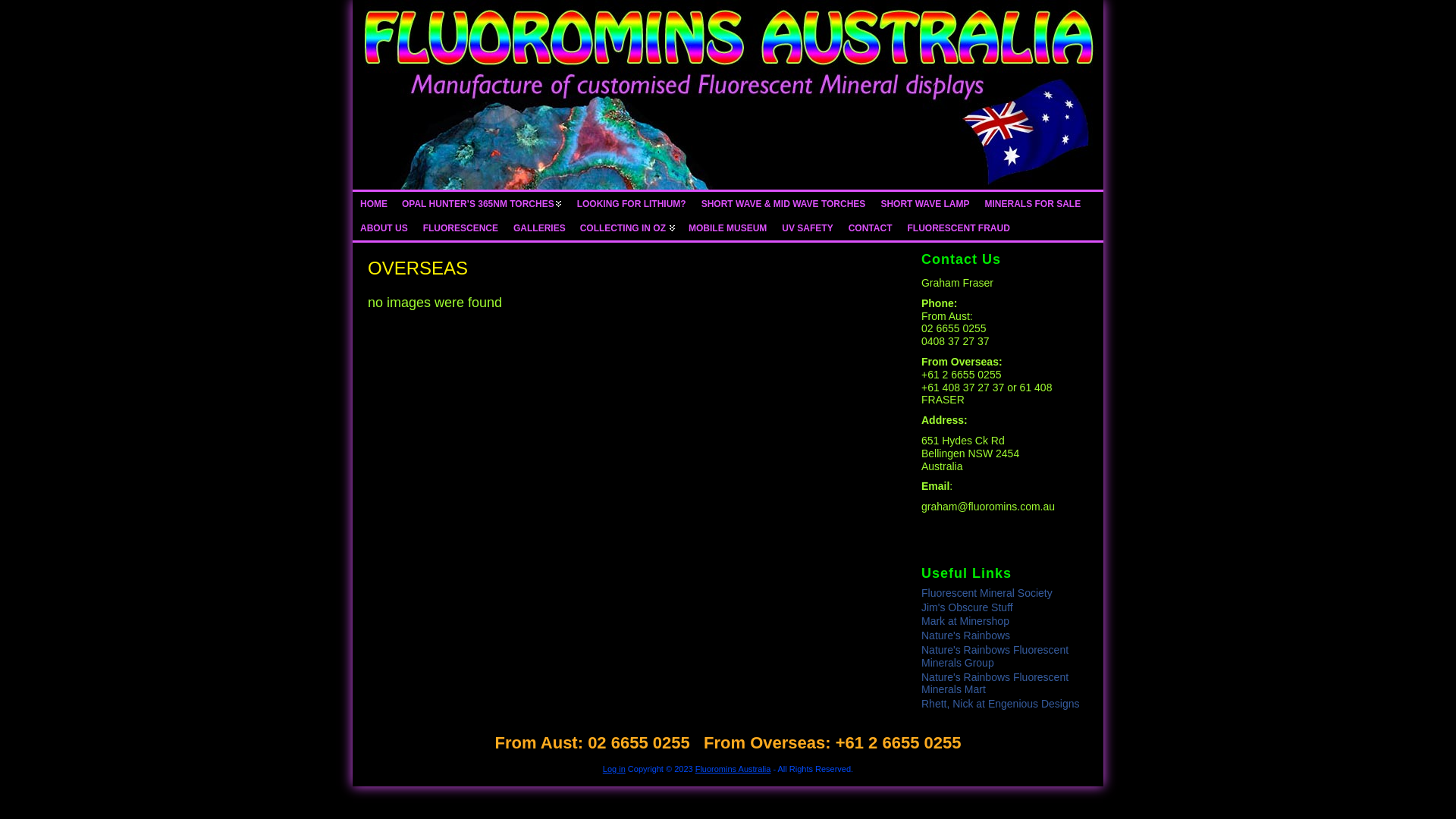  What do you see at coordinates (964, 620) in the screenshot?
I see `'Mark at Minershop'` at bounding box center [964, 620].